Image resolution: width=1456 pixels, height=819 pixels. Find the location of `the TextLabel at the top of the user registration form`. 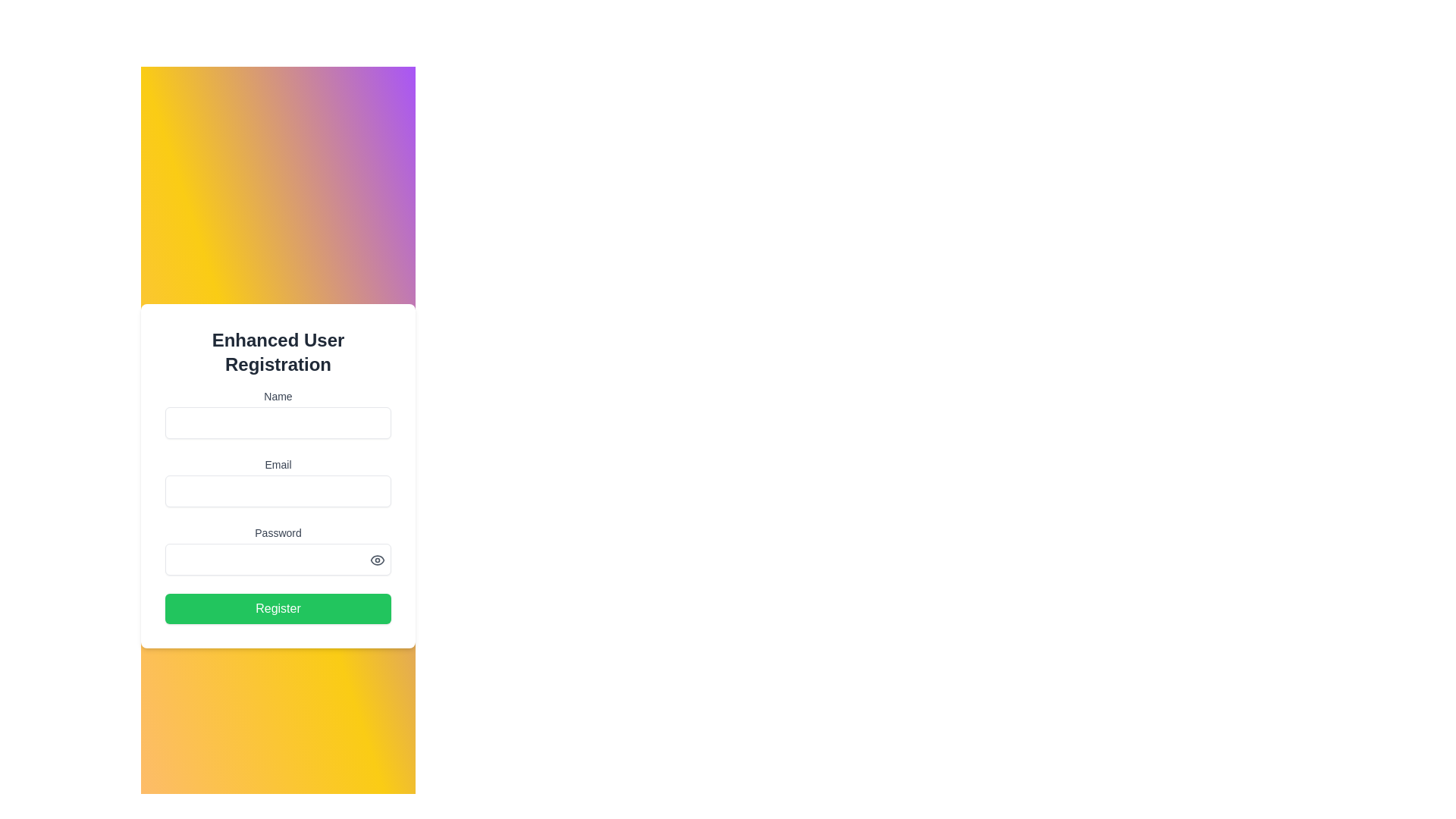

the TextLabel at the top of the user registration form is located at coordinates (278, 353).